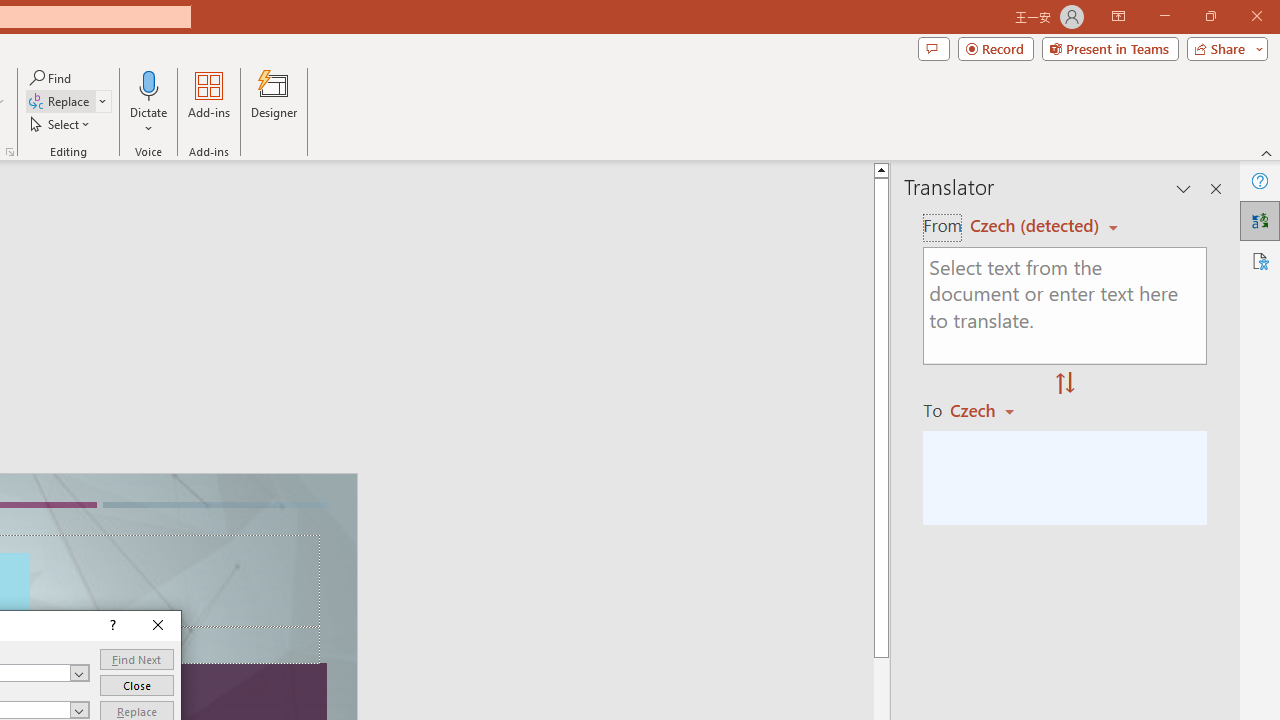 The width and height of the screenshot is (1280, 720). Describe the element at coordinates (1037, 225) in the screenshot. I see `'Czech (detected)'` at that location.